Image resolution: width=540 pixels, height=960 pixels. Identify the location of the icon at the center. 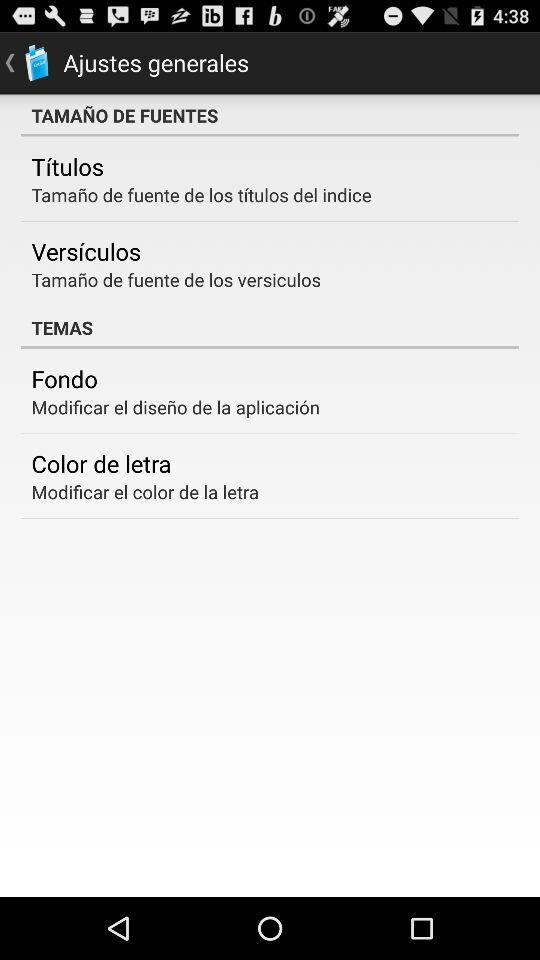
(270, 327).